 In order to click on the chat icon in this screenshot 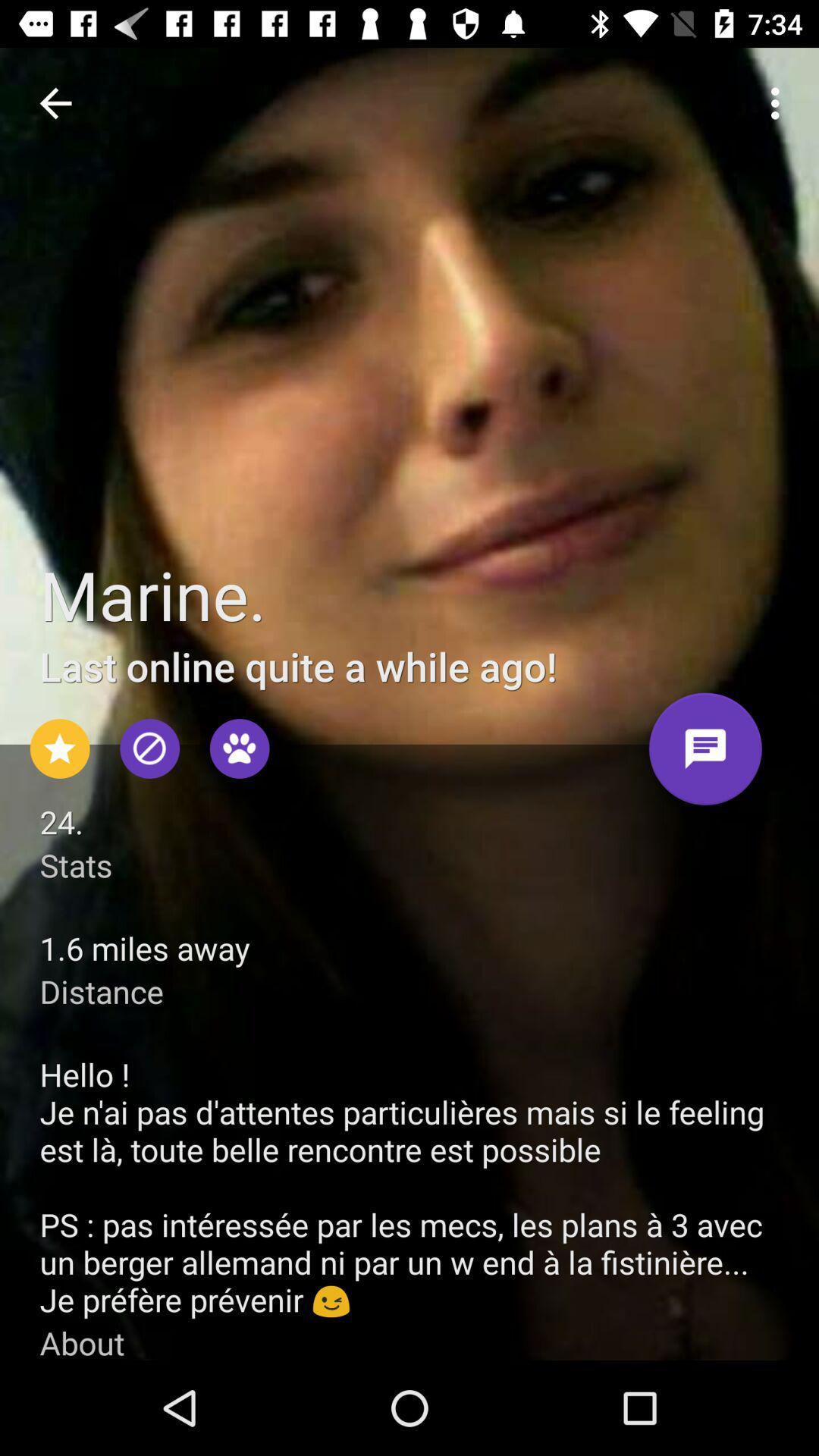, I will do `click(705, 755)`.